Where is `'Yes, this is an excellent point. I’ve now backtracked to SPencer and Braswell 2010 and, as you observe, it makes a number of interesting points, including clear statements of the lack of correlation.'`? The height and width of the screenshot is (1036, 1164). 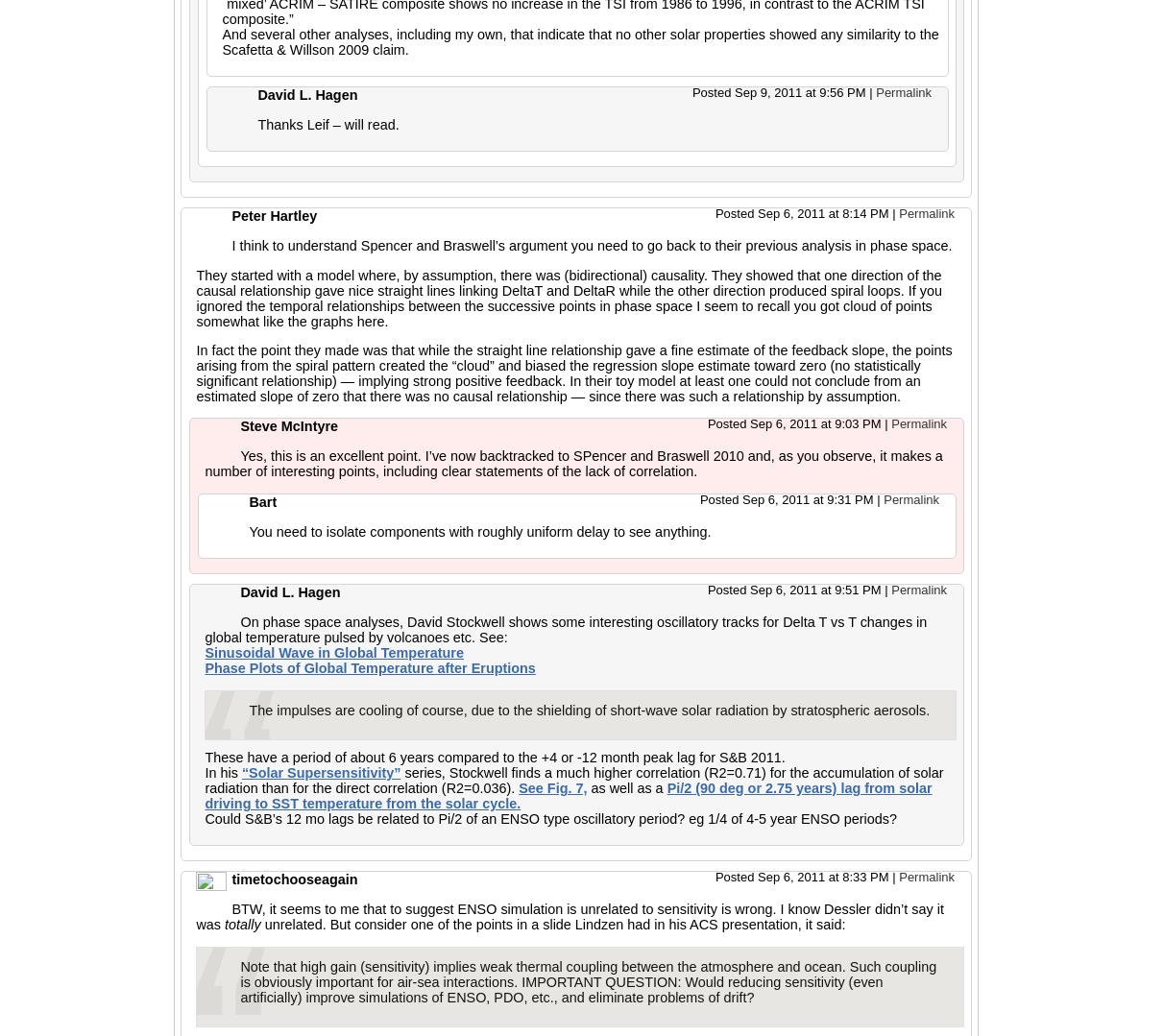
'Yes, this is an excellent point. I’ve now backtracked to SPencer and Braswell 2010 and, as you observe, it makes a number of interesting points, including clear statements of the lack of correlation.' is located at coordinates (573, 462).